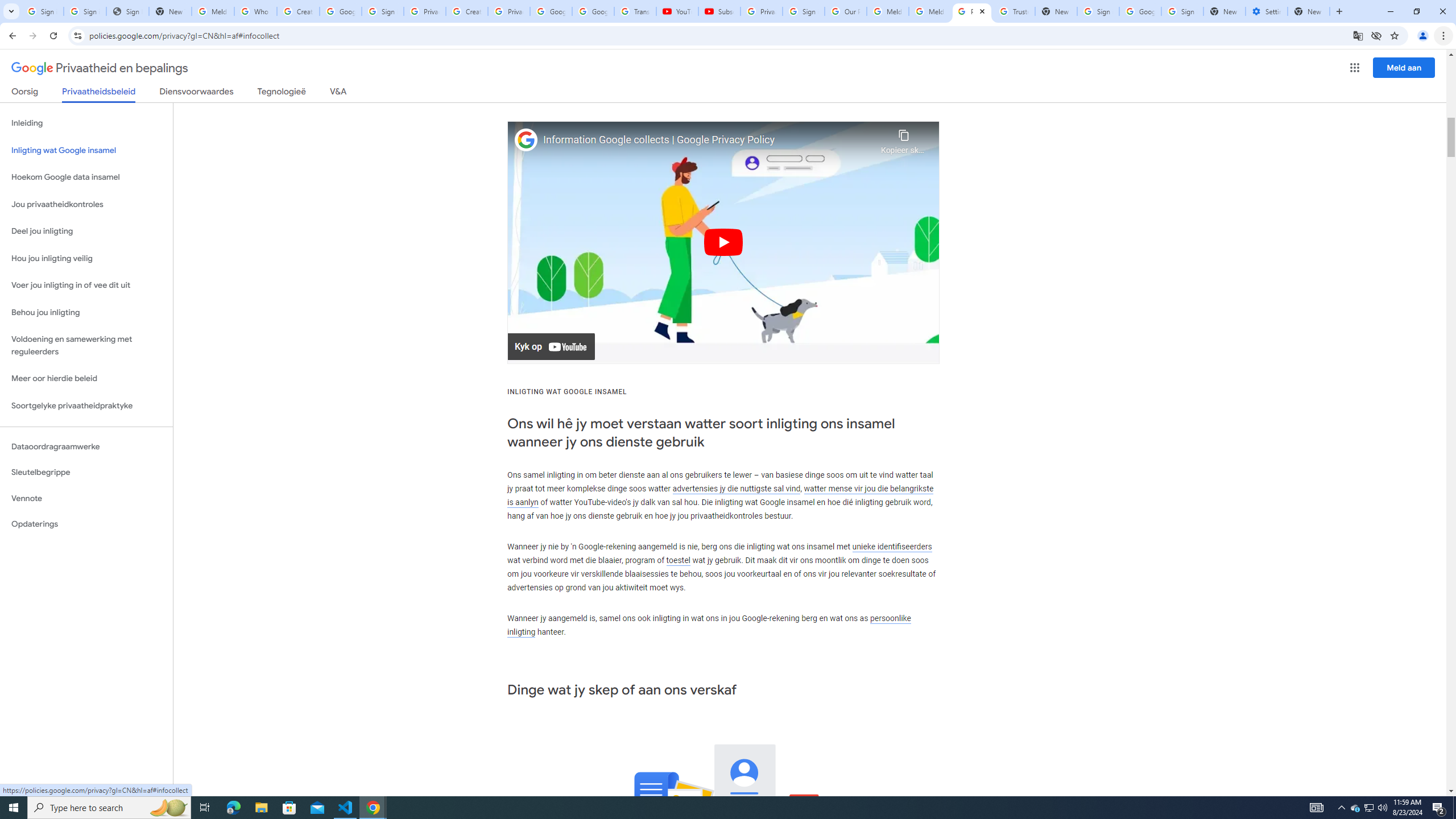  I want to click on 'toestel', so click(677, 560).